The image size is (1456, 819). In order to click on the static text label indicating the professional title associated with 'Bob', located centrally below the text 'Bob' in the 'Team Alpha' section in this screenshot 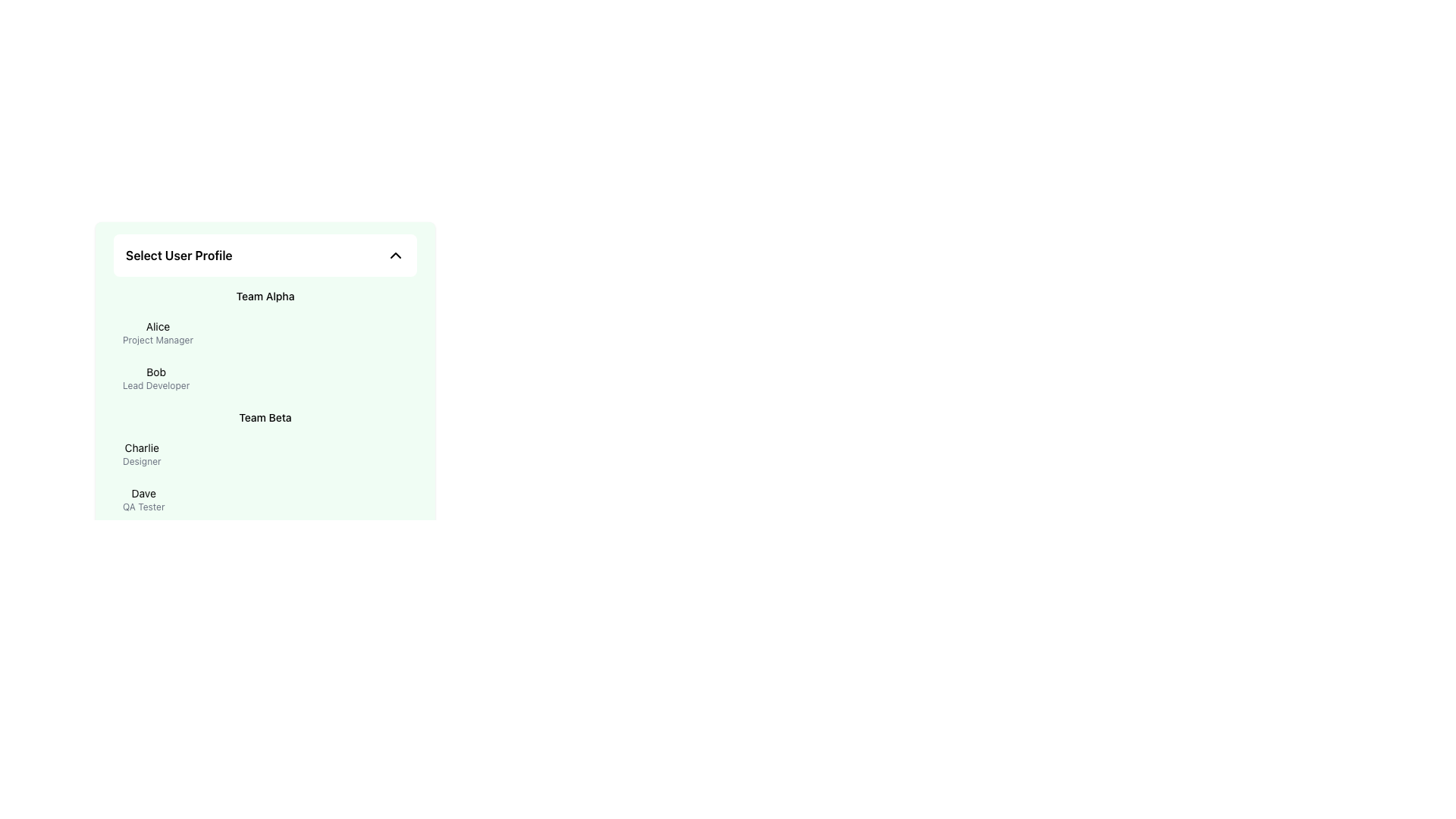, I will do `click(156, 385)`.